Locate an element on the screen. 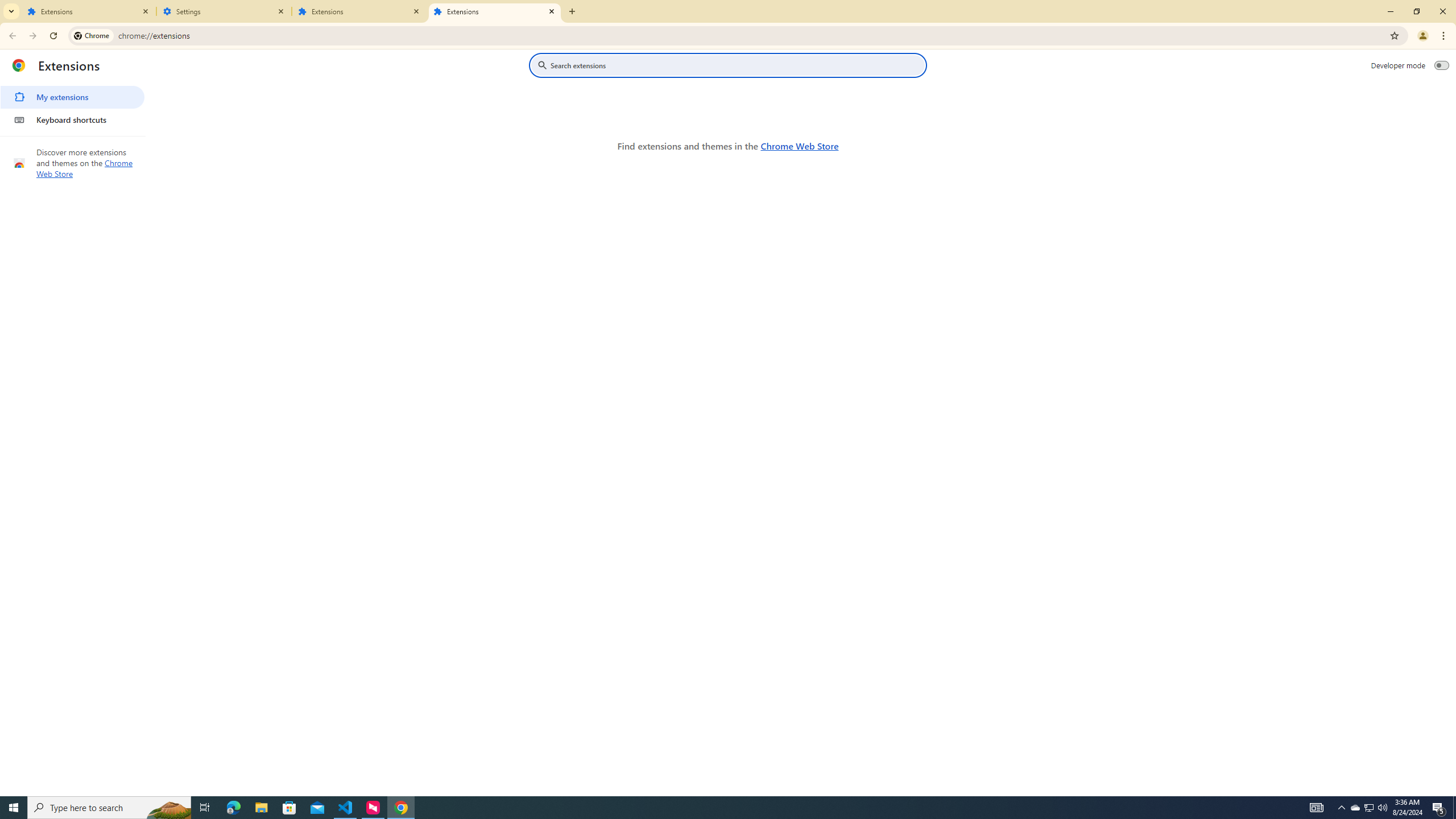 This screenshot has width=1456, height=819. 'My extensions' is located at coordinates (72, 97).